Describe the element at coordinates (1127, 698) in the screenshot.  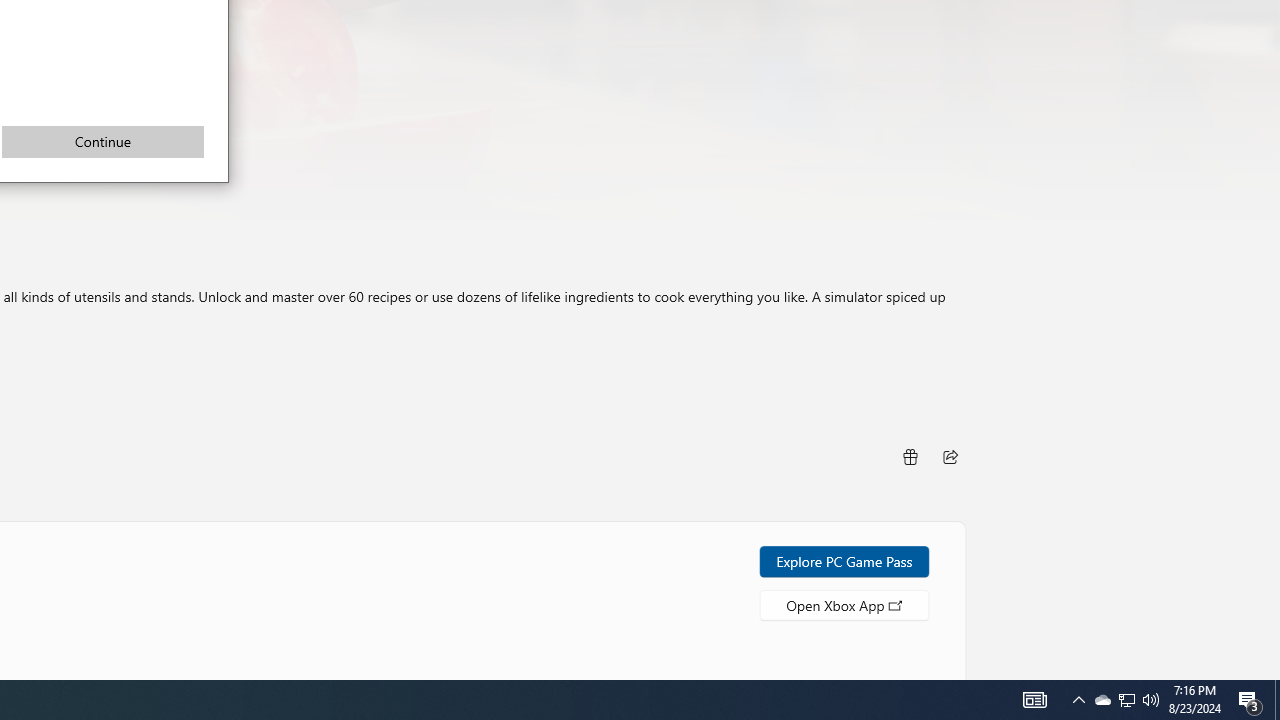
I see `'Notification Chevron'` at that location.